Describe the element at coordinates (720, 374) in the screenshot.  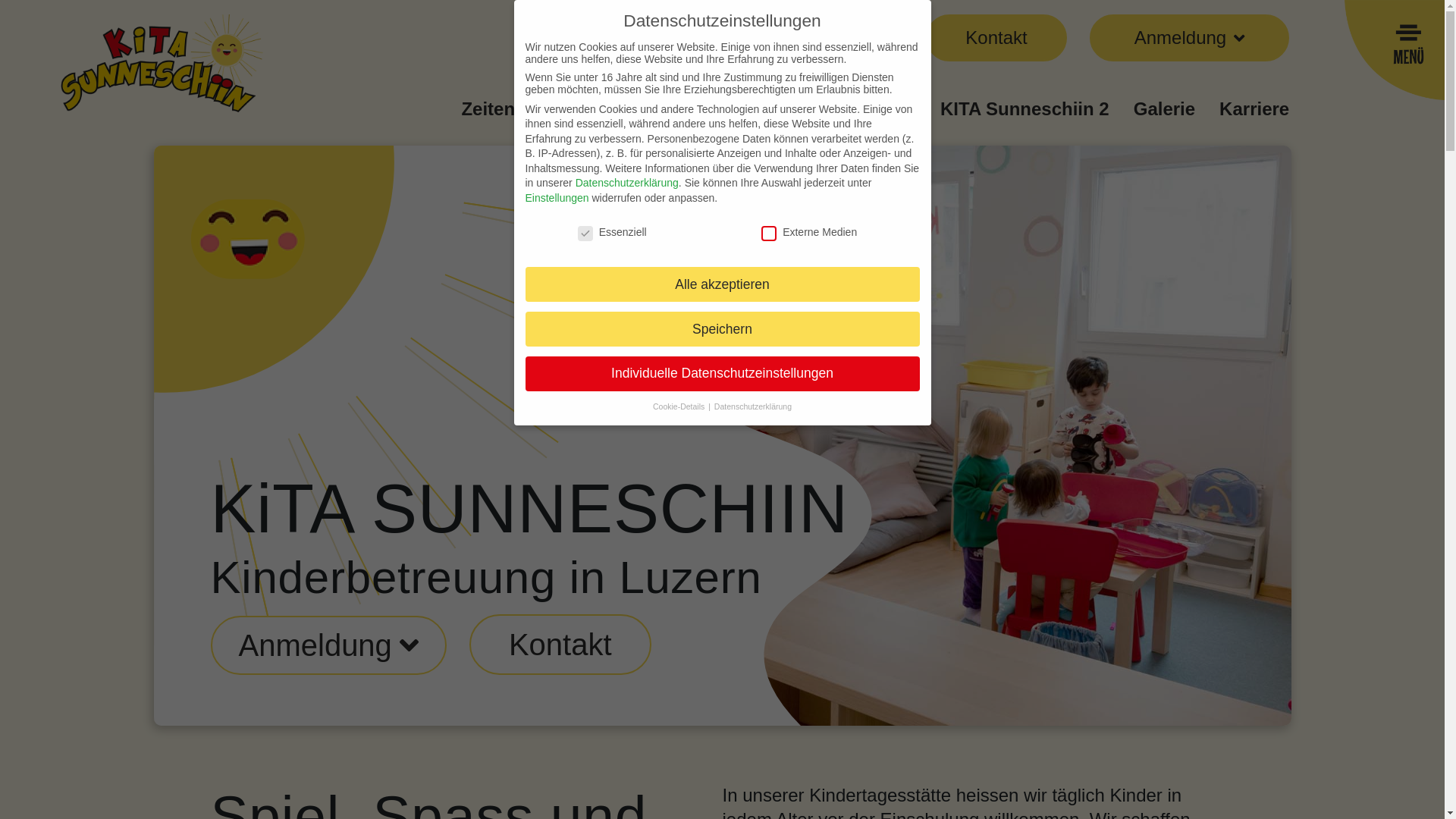
I see `'Individuelle Datenschutzeinstellungen'` at that location.